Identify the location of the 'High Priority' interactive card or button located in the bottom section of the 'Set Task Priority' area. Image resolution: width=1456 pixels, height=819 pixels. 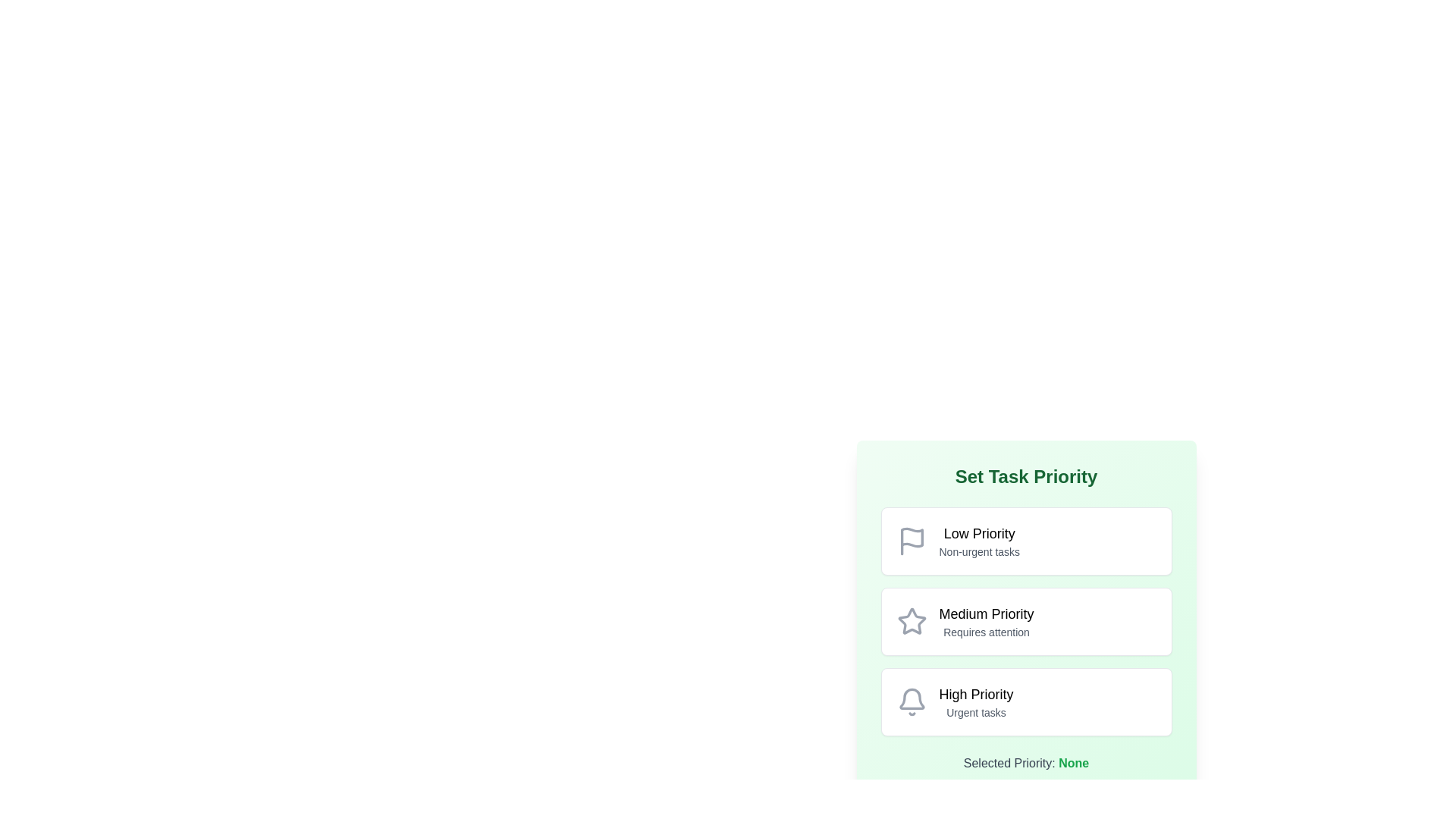
(1026, 701).